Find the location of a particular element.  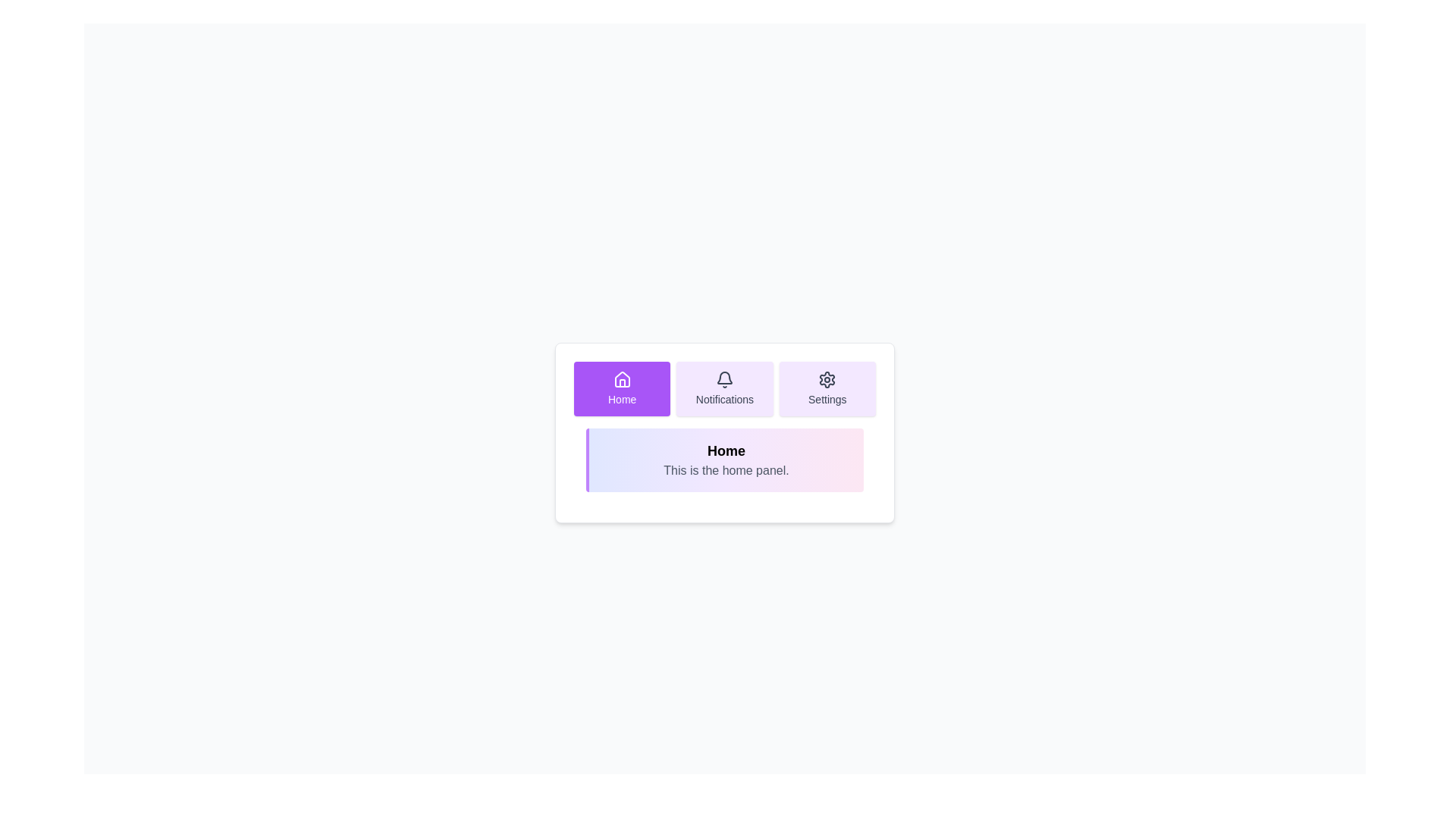

the settings icon, which is the third button in a horizontal arrangement at the top-right corner of a group of buttons is located at coordinates (827, 379).